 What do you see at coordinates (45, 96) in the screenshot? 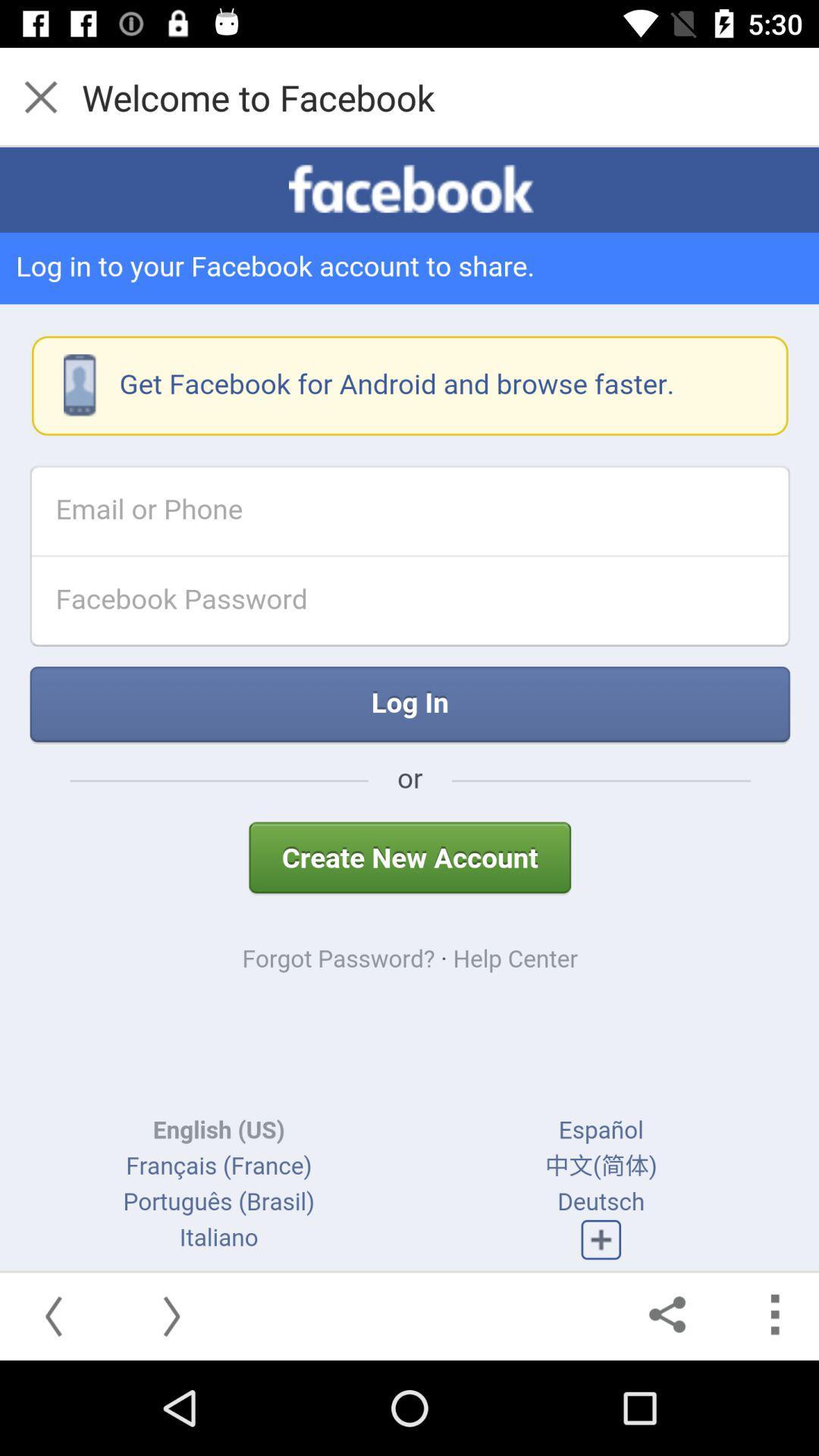
I see `the close icon` at bounding box center [45, 96].